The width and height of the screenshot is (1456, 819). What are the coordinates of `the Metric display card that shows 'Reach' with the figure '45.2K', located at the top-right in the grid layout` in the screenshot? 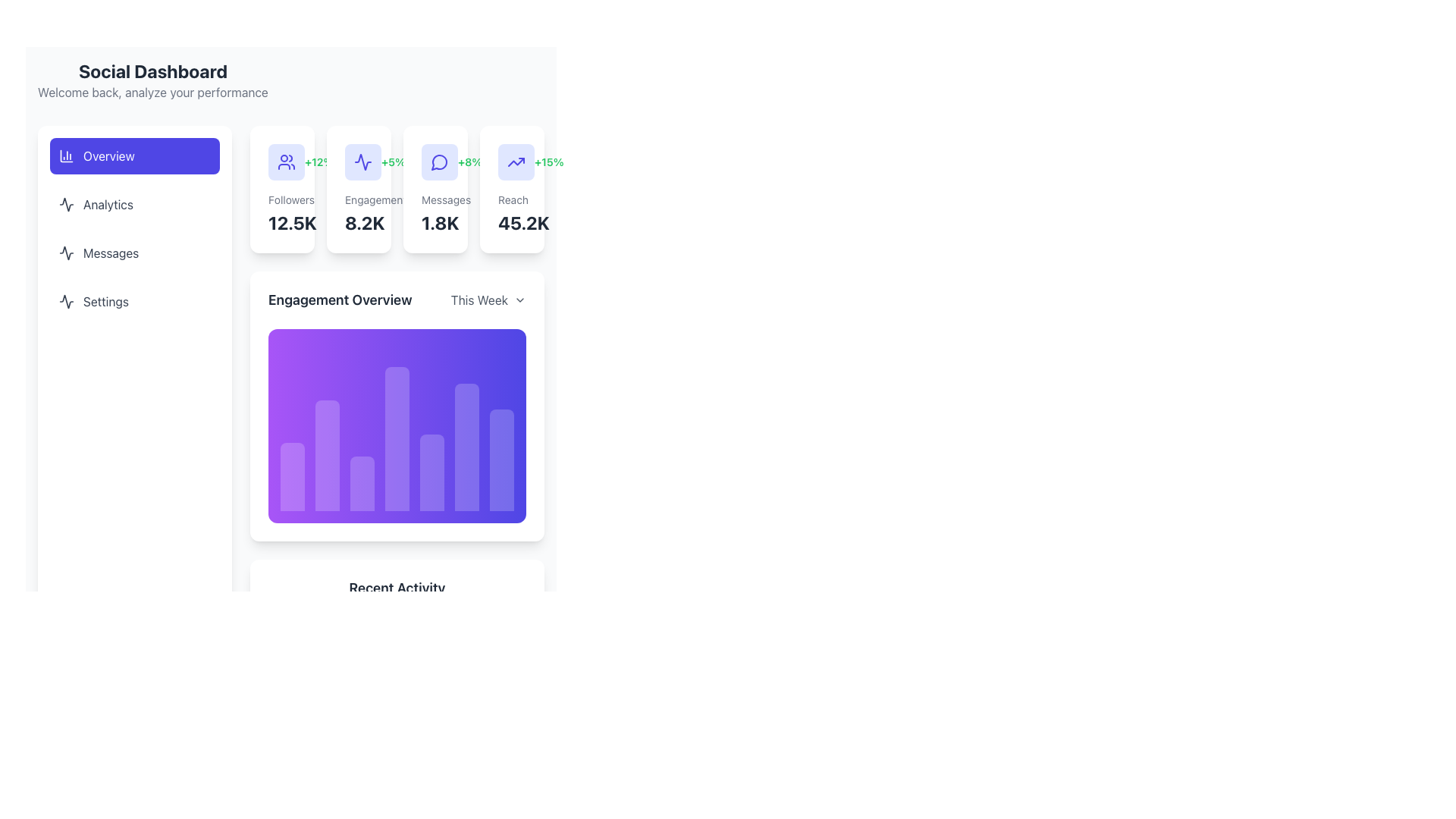 It's located at (512, 189).